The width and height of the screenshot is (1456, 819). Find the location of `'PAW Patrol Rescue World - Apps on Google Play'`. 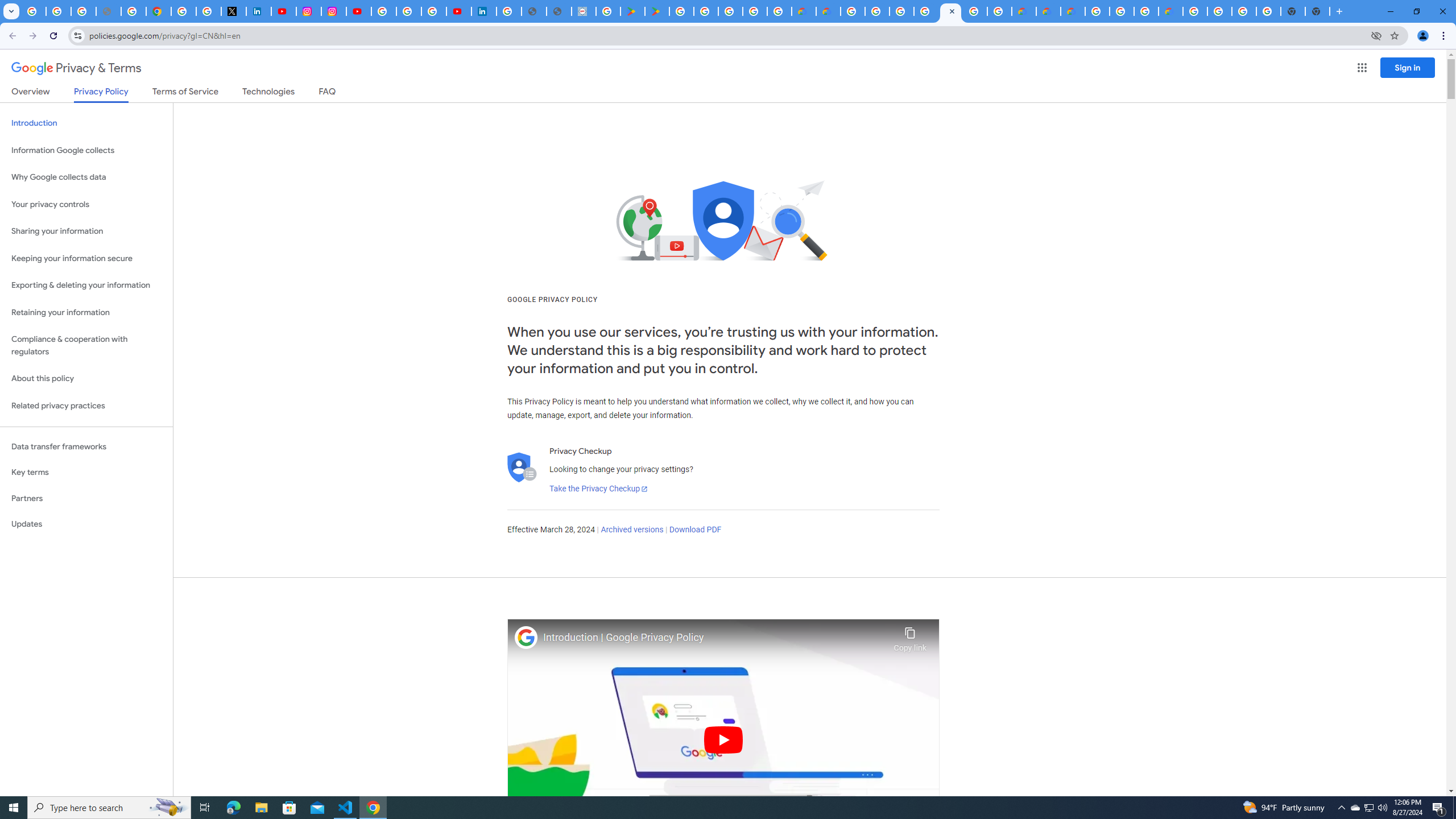

'PAW Patrol Rescue World - Apps on Google Play' is located at coordinates (656, 11).